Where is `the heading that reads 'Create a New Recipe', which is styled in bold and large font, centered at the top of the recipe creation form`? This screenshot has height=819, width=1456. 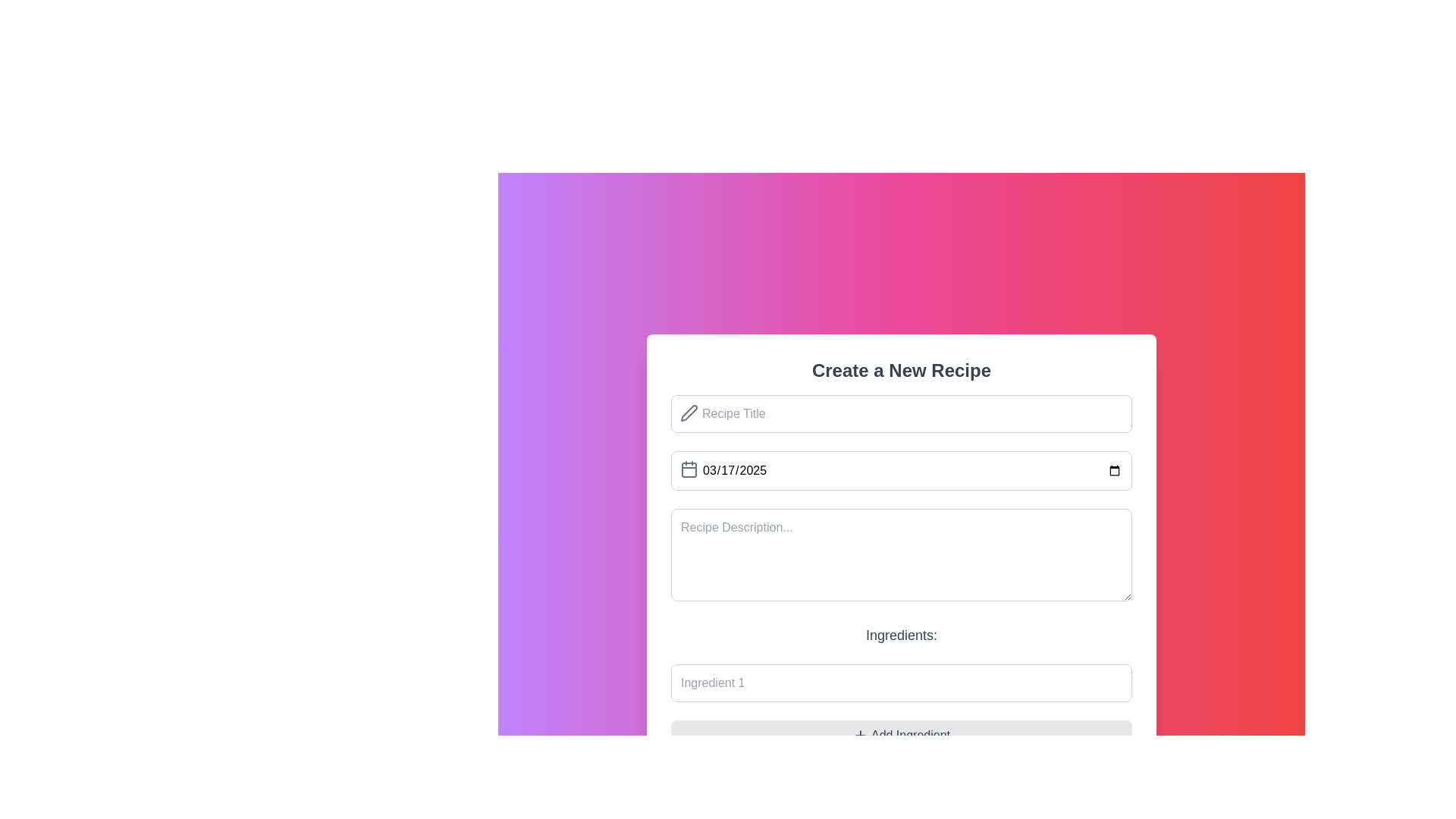
the heading that reads 'Create a New Recipe', which is styled in bold and large font, centered at the top of the recipe creation form is located at coordinates (902, 371).